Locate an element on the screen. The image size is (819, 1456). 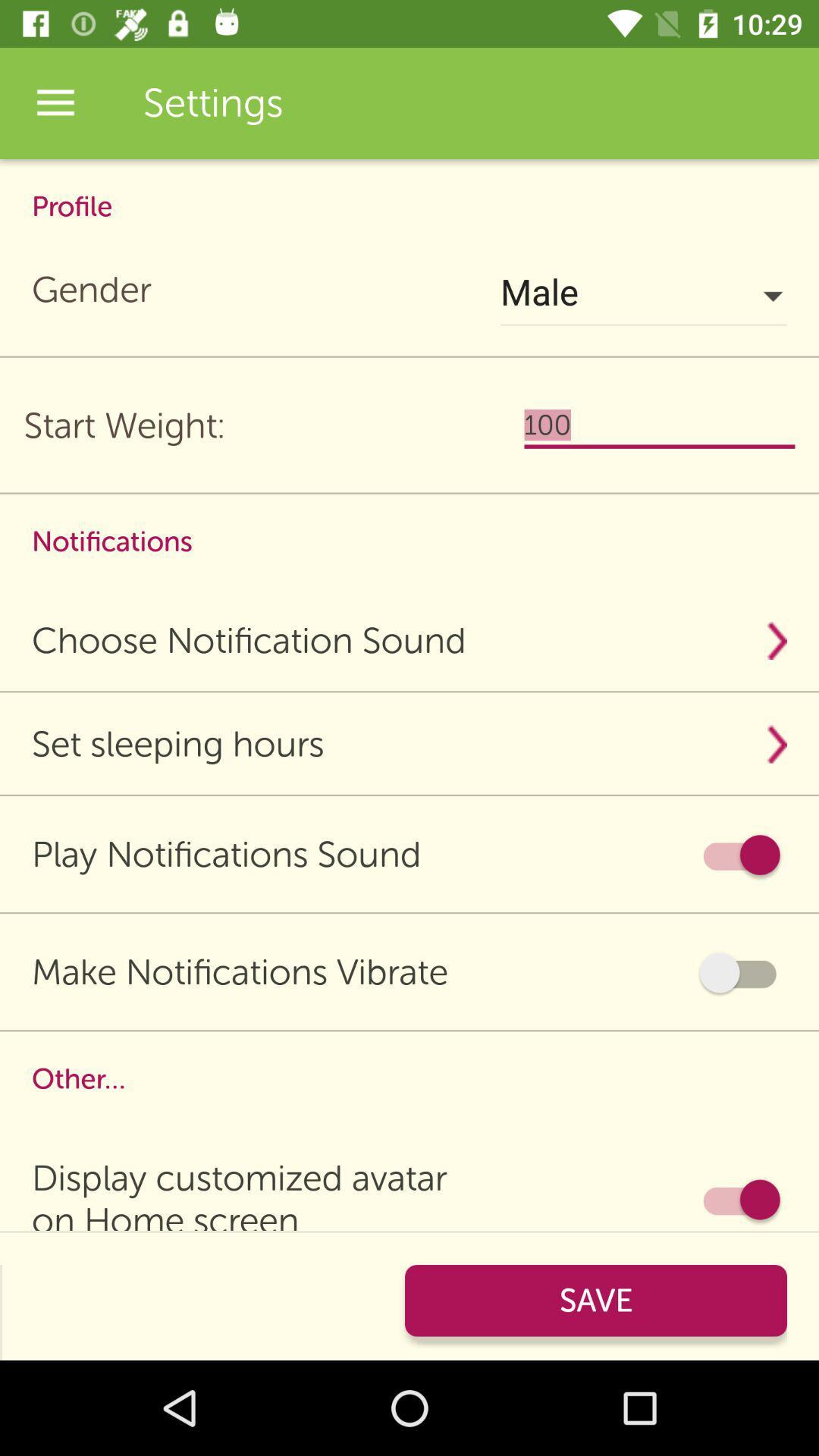
save icon is located at coordinates (595, 1300).